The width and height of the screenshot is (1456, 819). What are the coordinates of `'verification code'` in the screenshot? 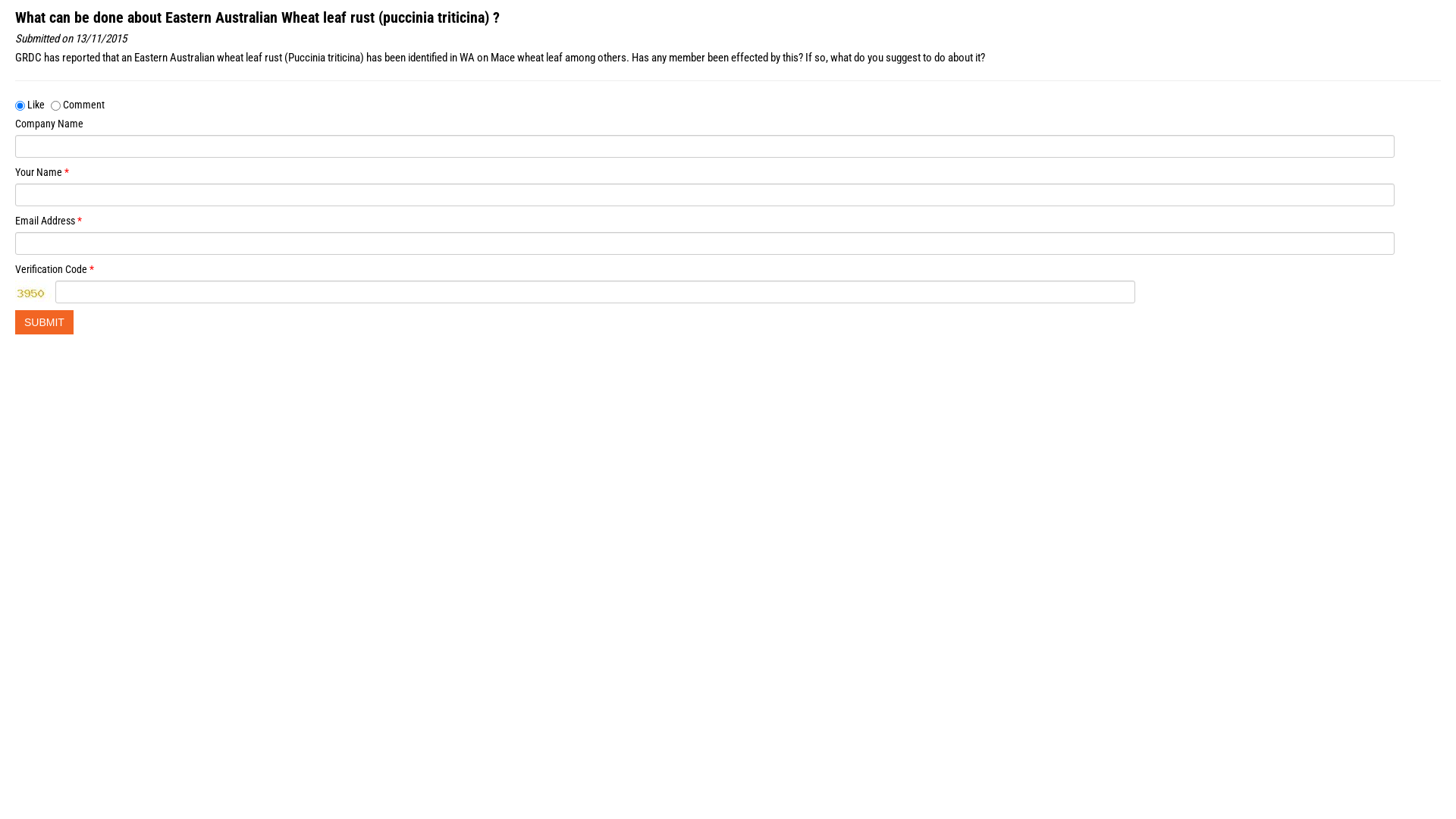 It's located at (14, 291).